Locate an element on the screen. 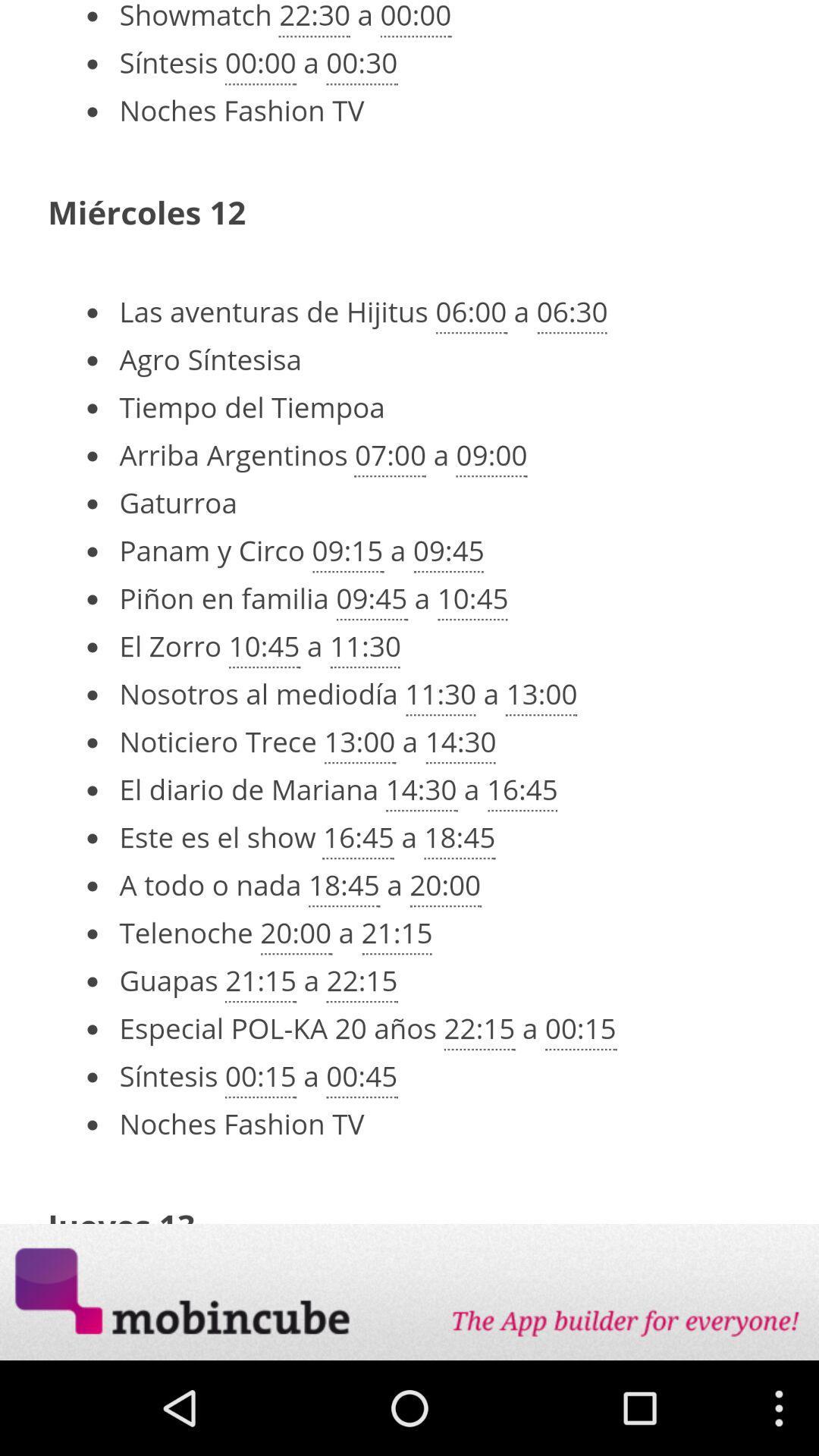 The height and width of the screenshot is (1456, 819). opens a advertisement is located at coordinates (409, 1291).